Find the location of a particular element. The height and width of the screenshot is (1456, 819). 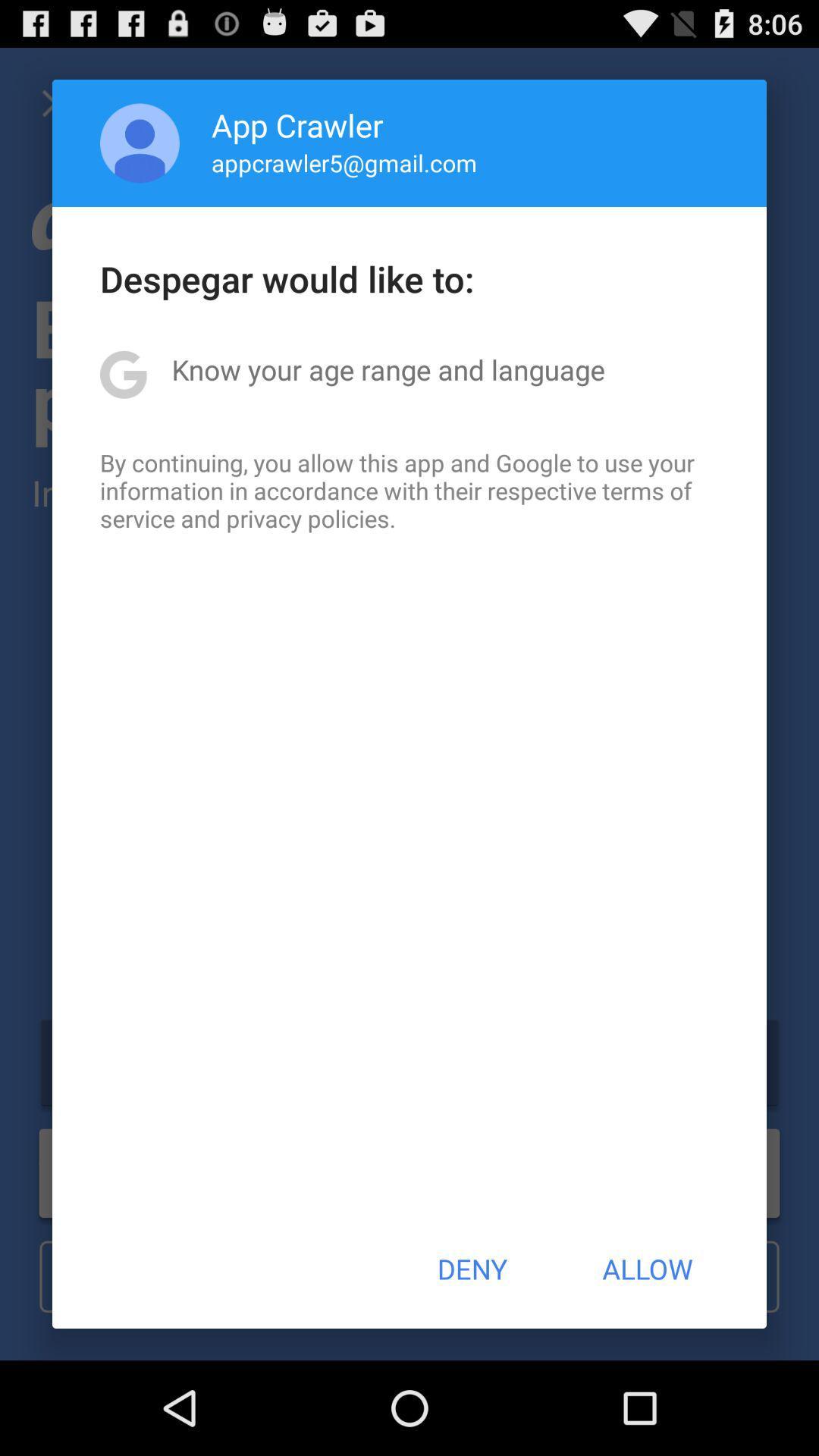

item at the bottom is located at coordinates (471, 1269).